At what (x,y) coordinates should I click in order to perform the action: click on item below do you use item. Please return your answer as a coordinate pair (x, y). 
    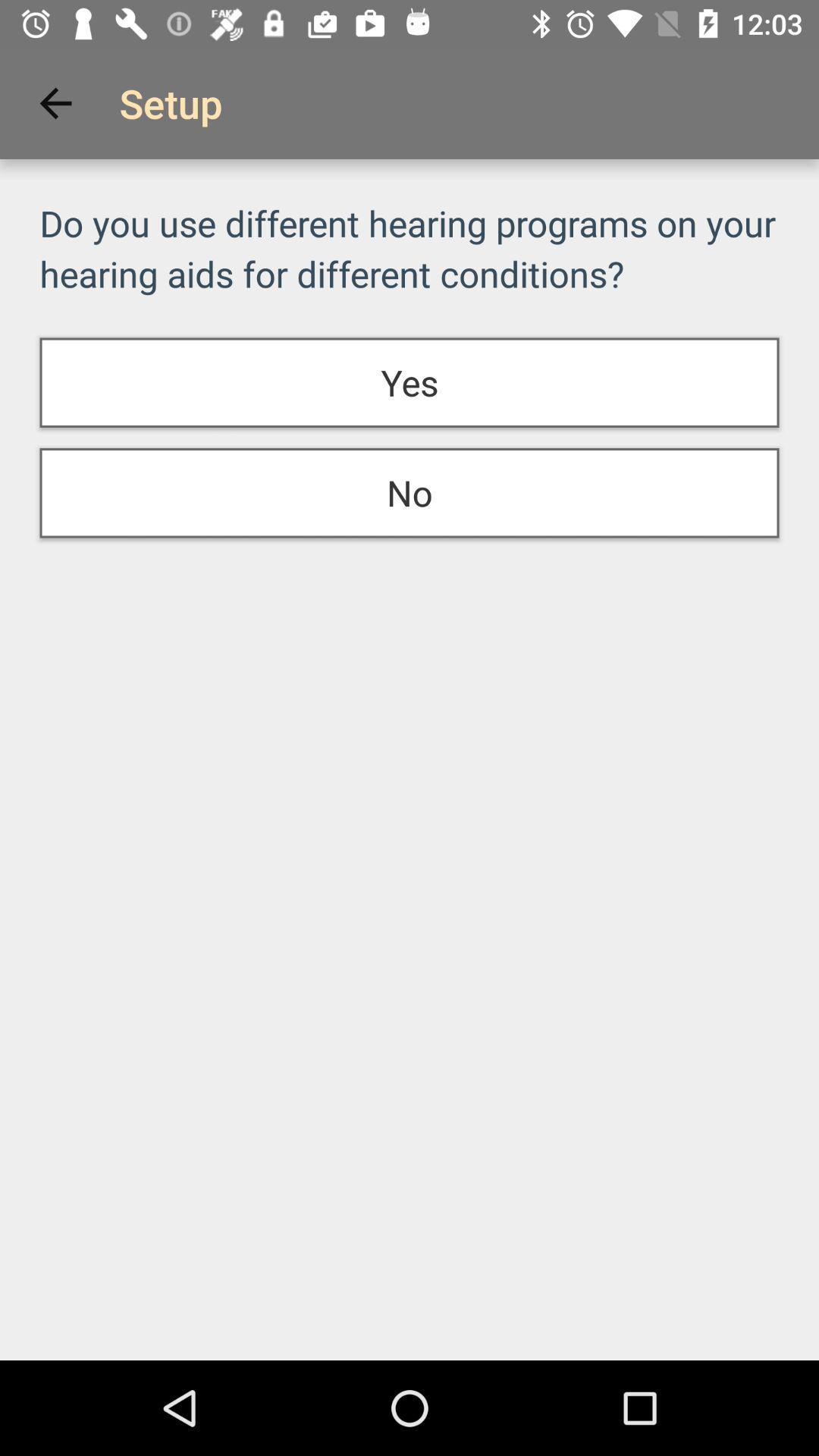
    Looking at the image, I should click on (409, 382).